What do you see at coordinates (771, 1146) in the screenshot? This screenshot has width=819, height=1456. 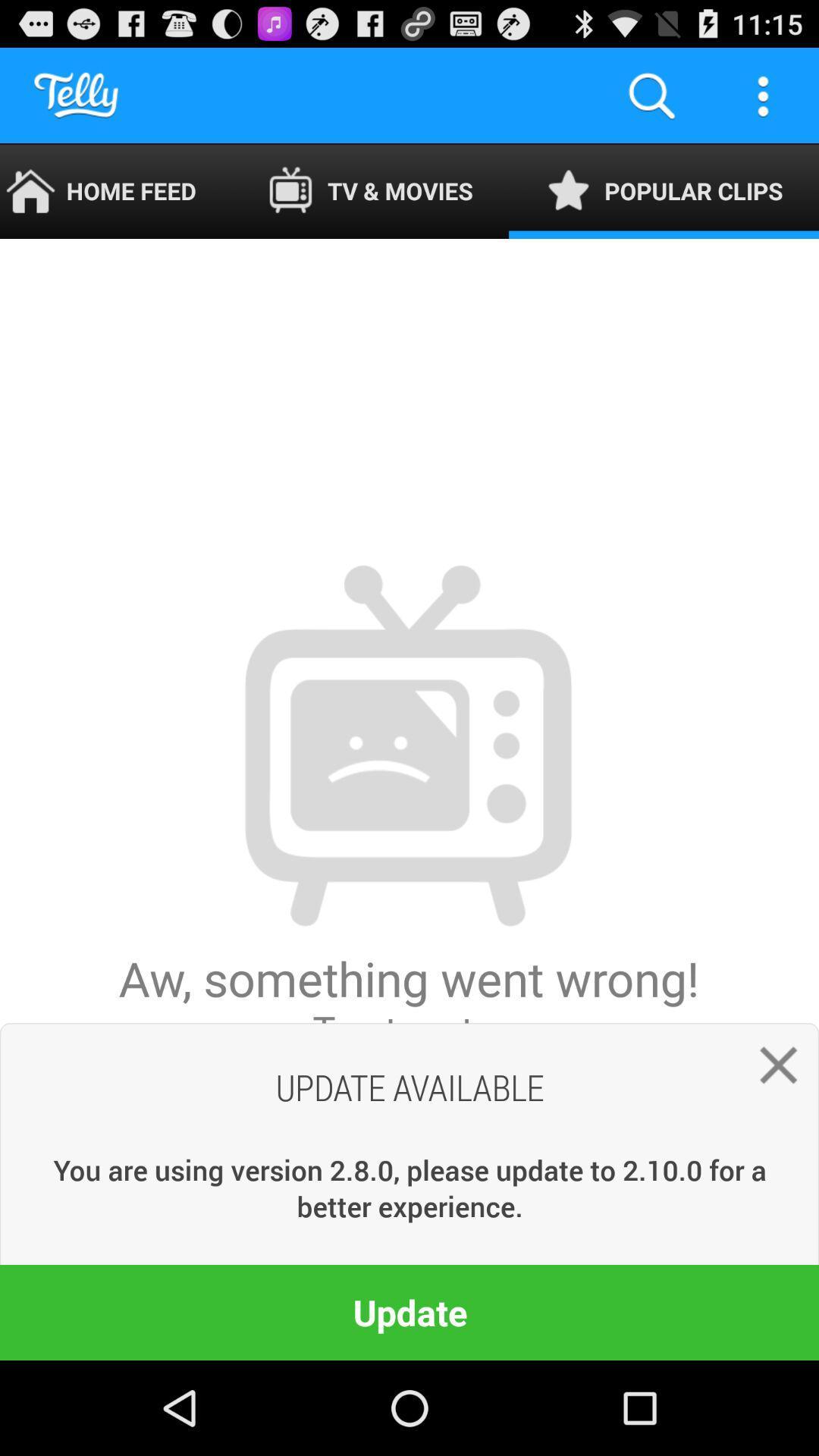 I see `the close icon` at bounding box center [771, 1146].